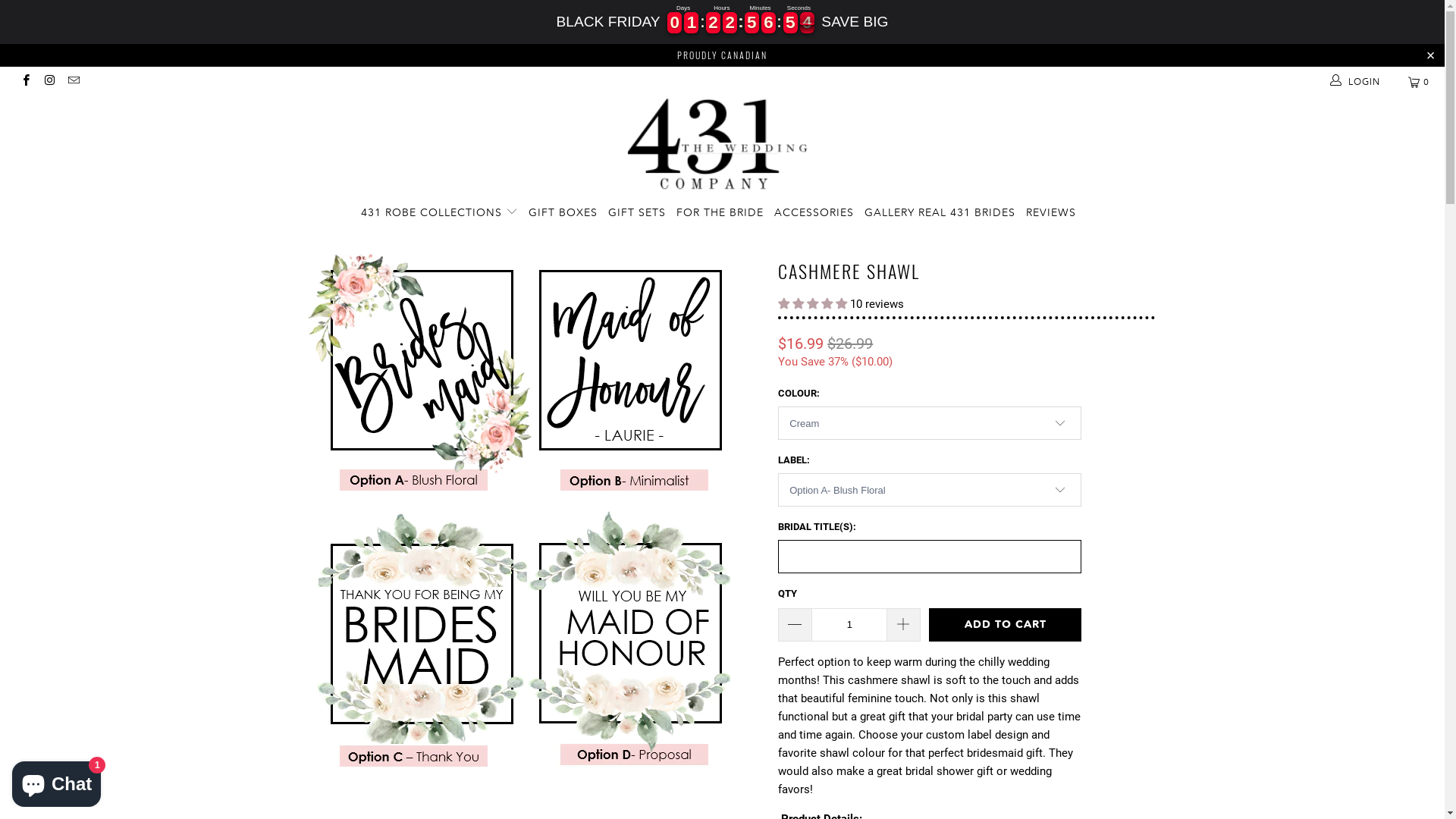  Describe the element at coordinates (637, 212) in the screenshot. I see `'GIFT SETS'` at that location.